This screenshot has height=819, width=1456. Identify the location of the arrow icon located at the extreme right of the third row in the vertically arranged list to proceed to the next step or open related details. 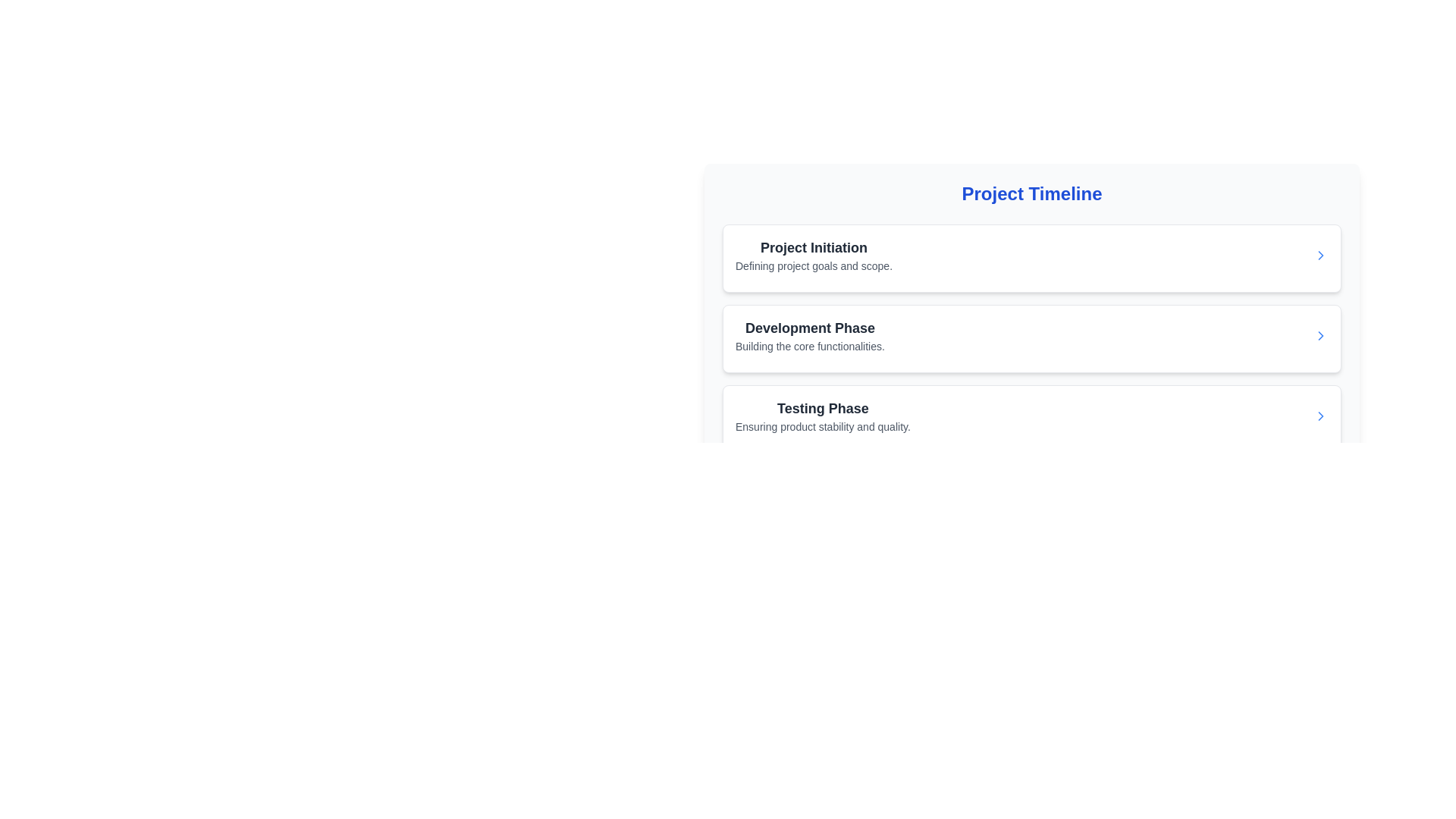
(1320, 416).